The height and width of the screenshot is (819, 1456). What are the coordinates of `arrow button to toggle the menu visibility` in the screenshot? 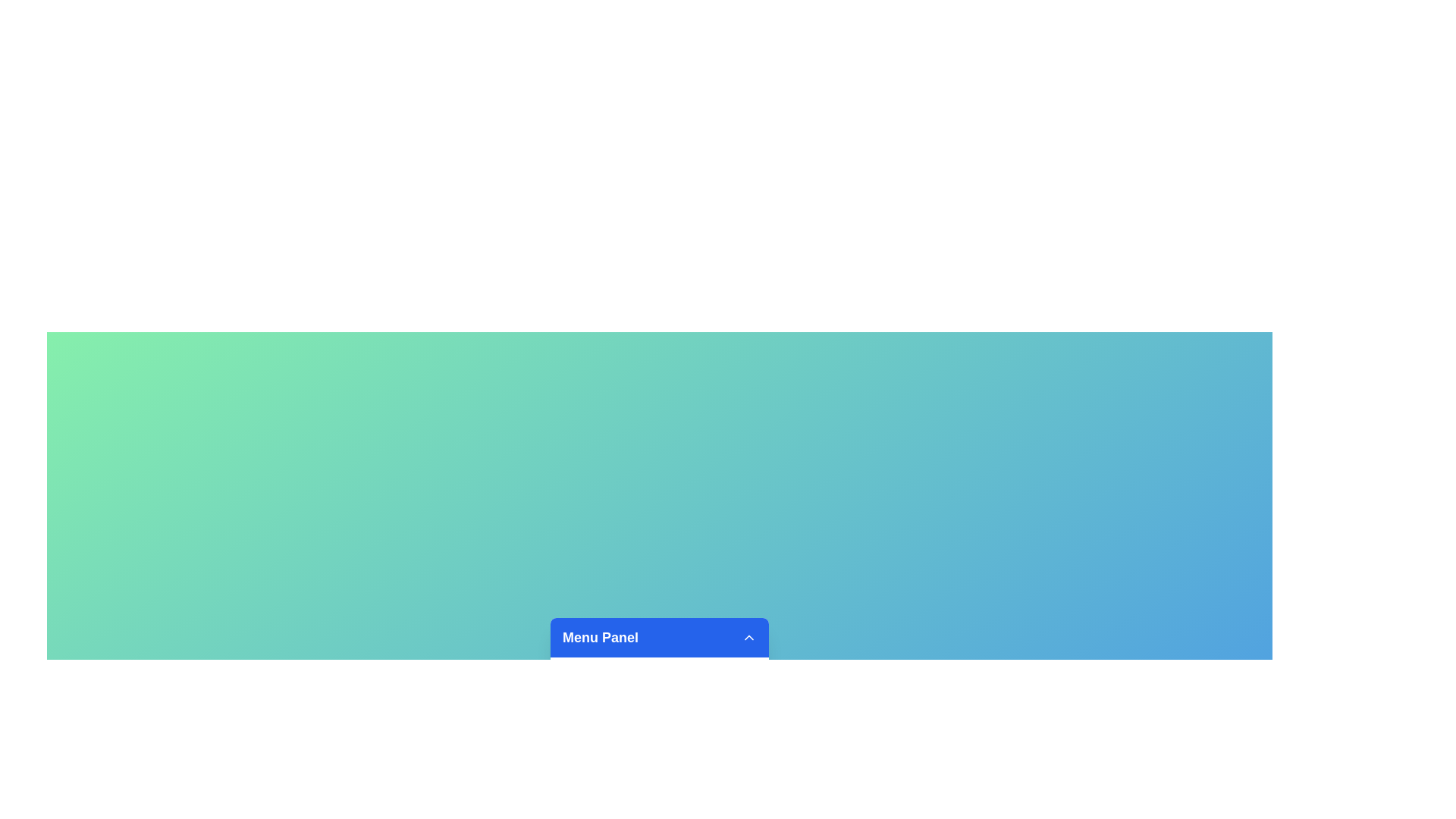 It's located at (749, 637).